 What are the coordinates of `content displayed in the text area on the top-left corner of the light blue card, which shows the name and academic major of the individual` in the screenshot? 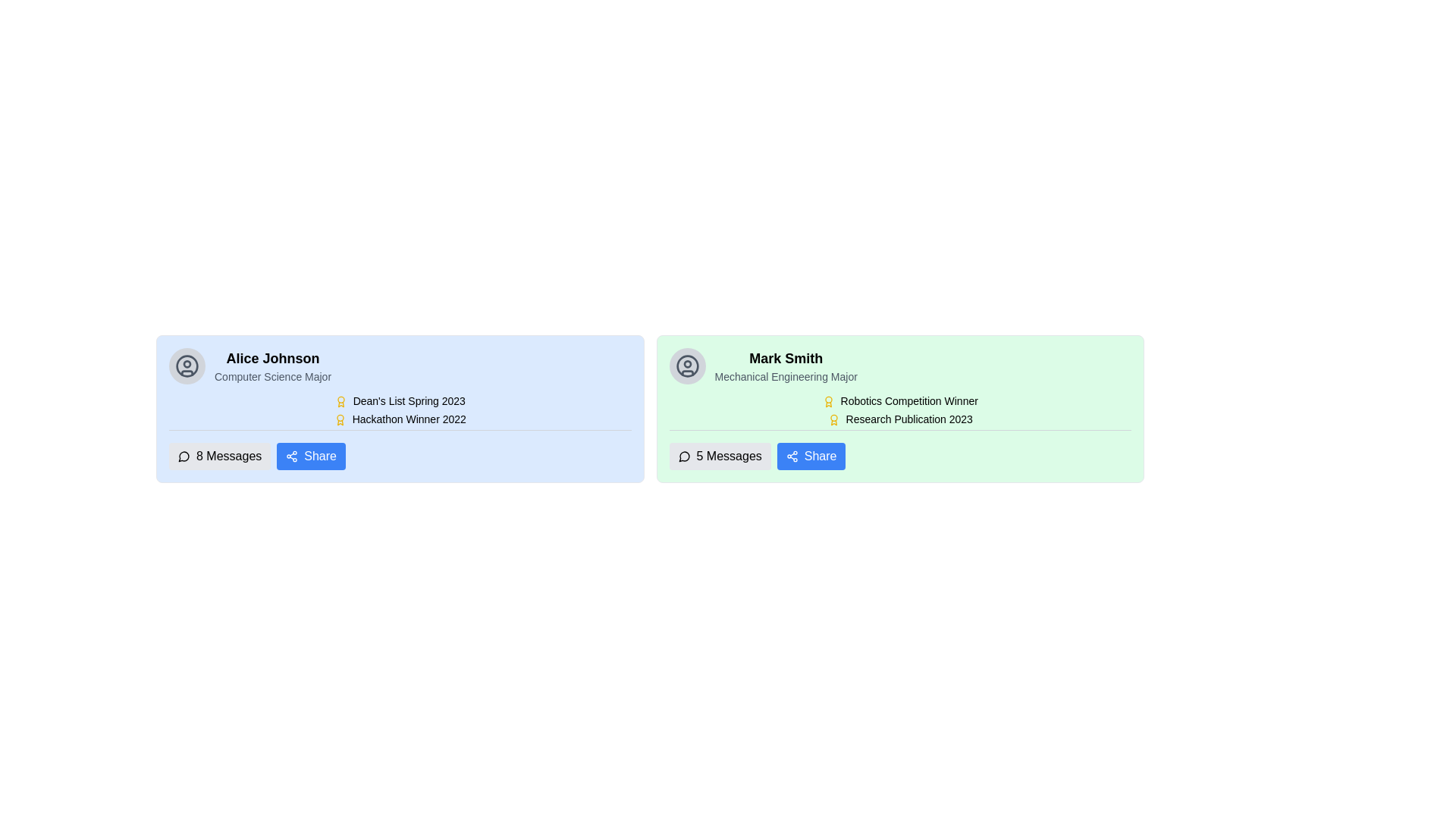 It's located at (273, 366).